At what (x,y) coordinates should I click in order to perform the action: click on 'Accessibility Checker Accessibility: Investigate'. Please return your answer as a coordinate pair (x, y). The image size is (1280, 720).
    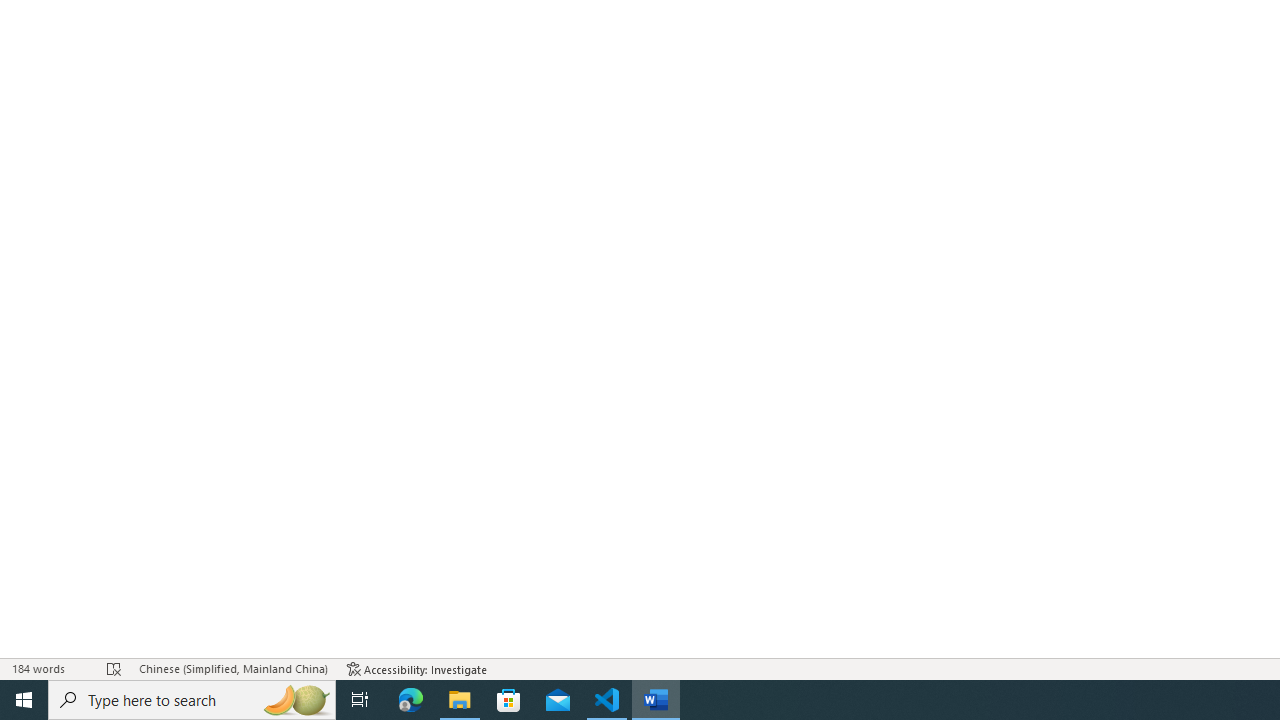
    Looking at the image, I should click on (416, 669).